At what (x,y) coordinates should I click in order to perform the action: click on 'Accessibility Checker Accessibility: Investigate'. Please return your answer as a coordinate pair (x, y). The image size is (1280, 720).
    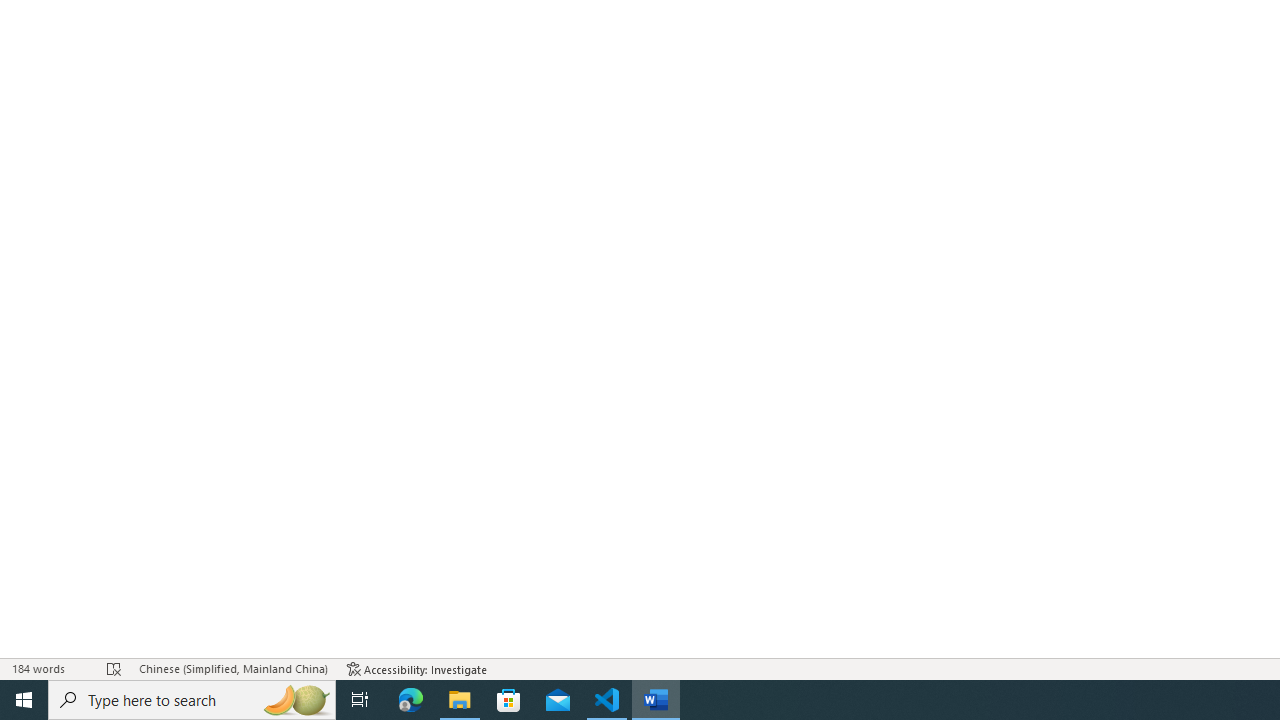
    Looking at the image, I should click on (416, 669).